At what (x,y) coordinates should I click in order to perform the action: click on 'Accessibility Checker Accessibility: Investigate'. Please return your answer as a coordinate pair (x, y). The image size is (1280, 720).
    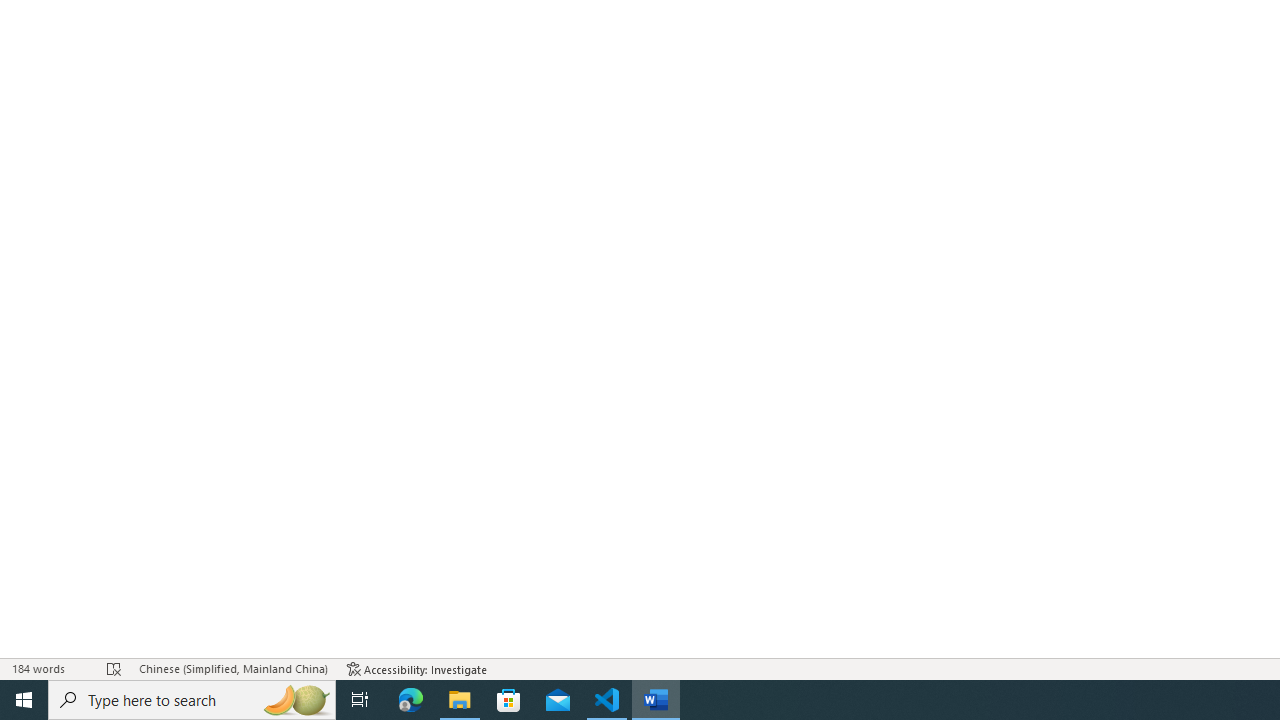
    Looking at the image, I should click on (416, 669).